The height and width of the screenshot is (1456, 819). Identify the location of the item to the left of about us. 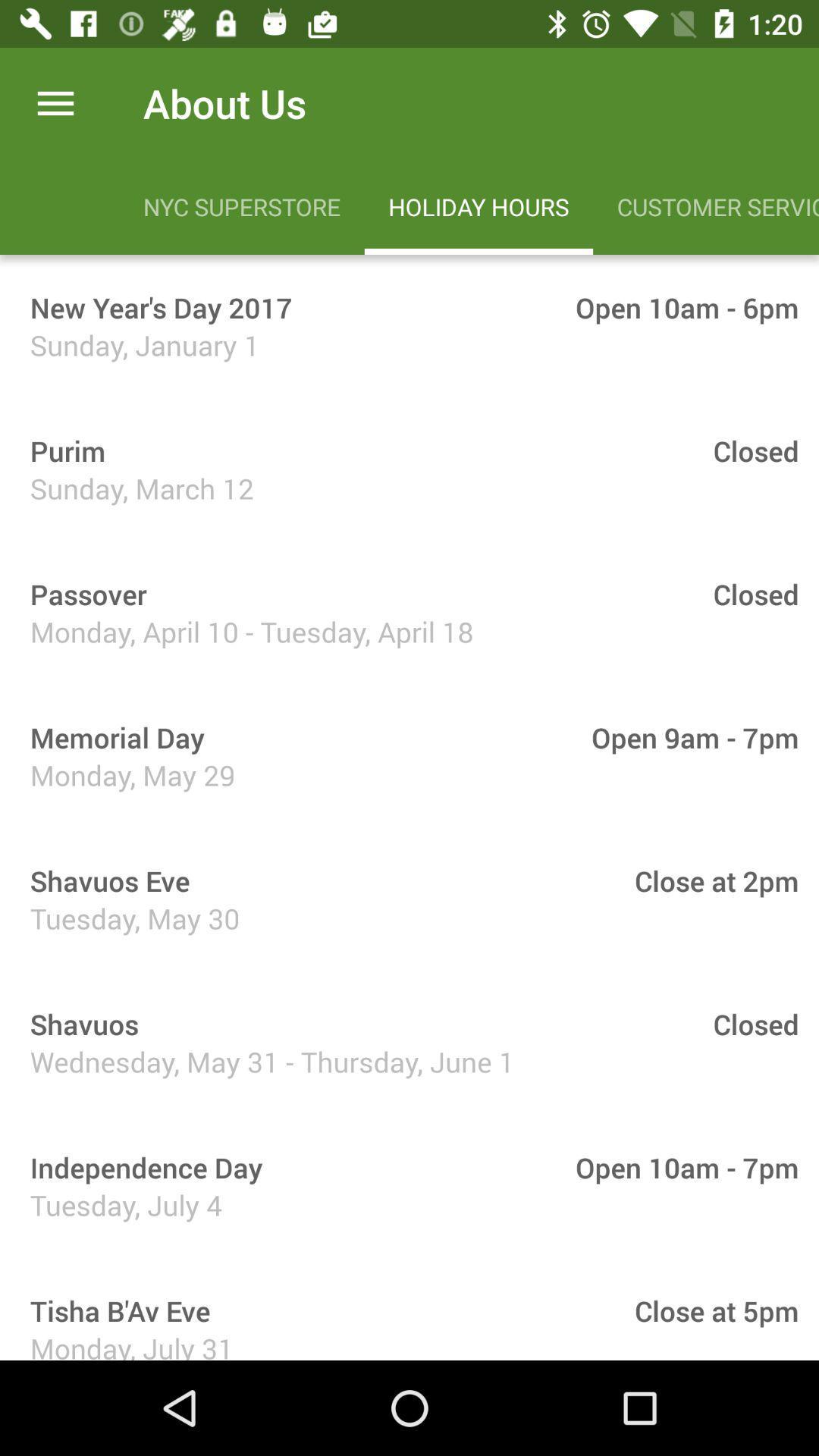
(55, 102).